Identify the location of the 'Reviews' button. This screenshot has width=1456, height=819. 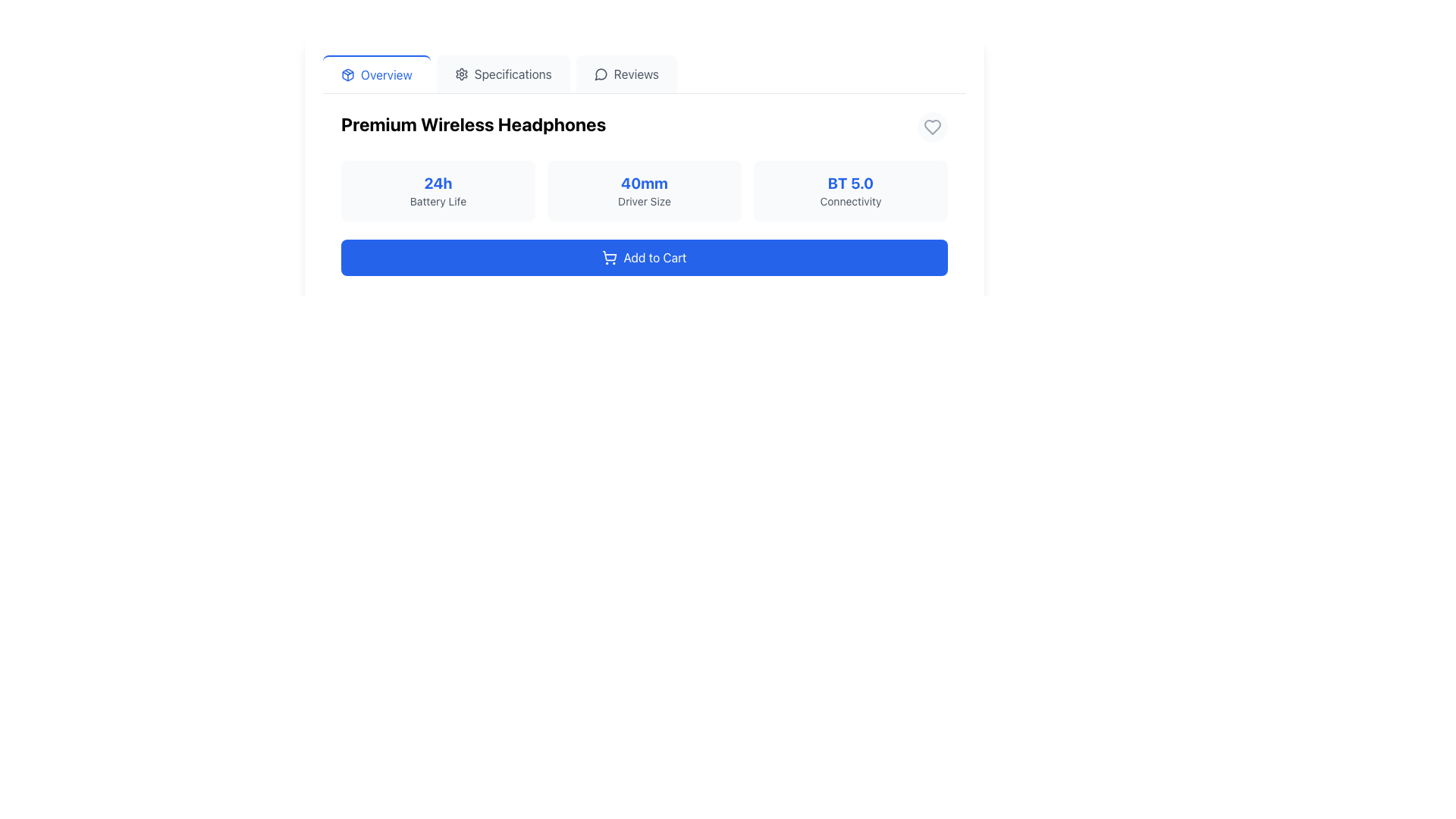
(626, 74).